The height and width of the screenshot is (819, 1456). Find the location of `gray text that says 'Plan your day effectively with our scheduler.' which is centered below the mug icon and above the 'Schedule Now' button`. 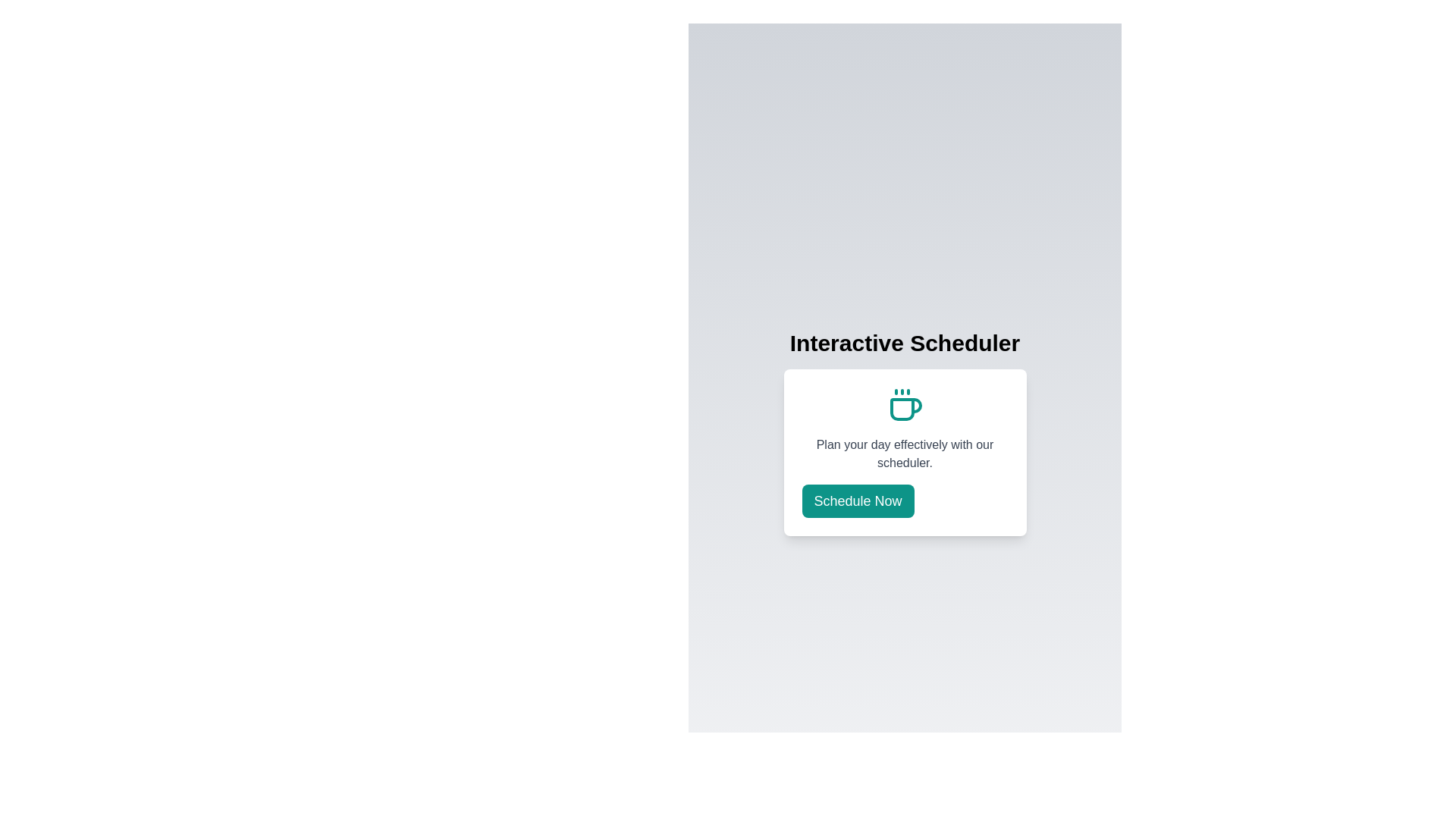

gray text that says 'Plan your day effectively with our scheduler.' which is centered below the mug icon and above the 'Schedule Now' button is located at coordinates (905, 453).